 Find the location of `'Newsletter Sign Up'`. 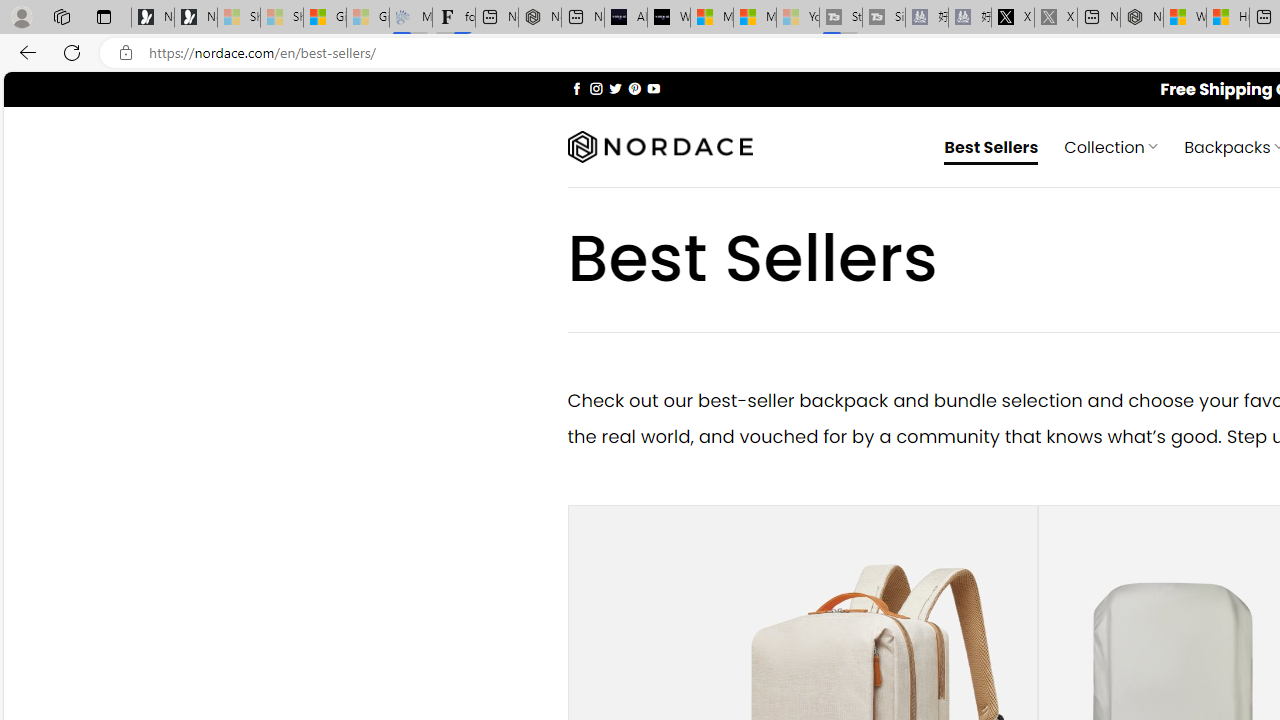

'Newsletter Sign Up' is located at coordinates (196, 17).